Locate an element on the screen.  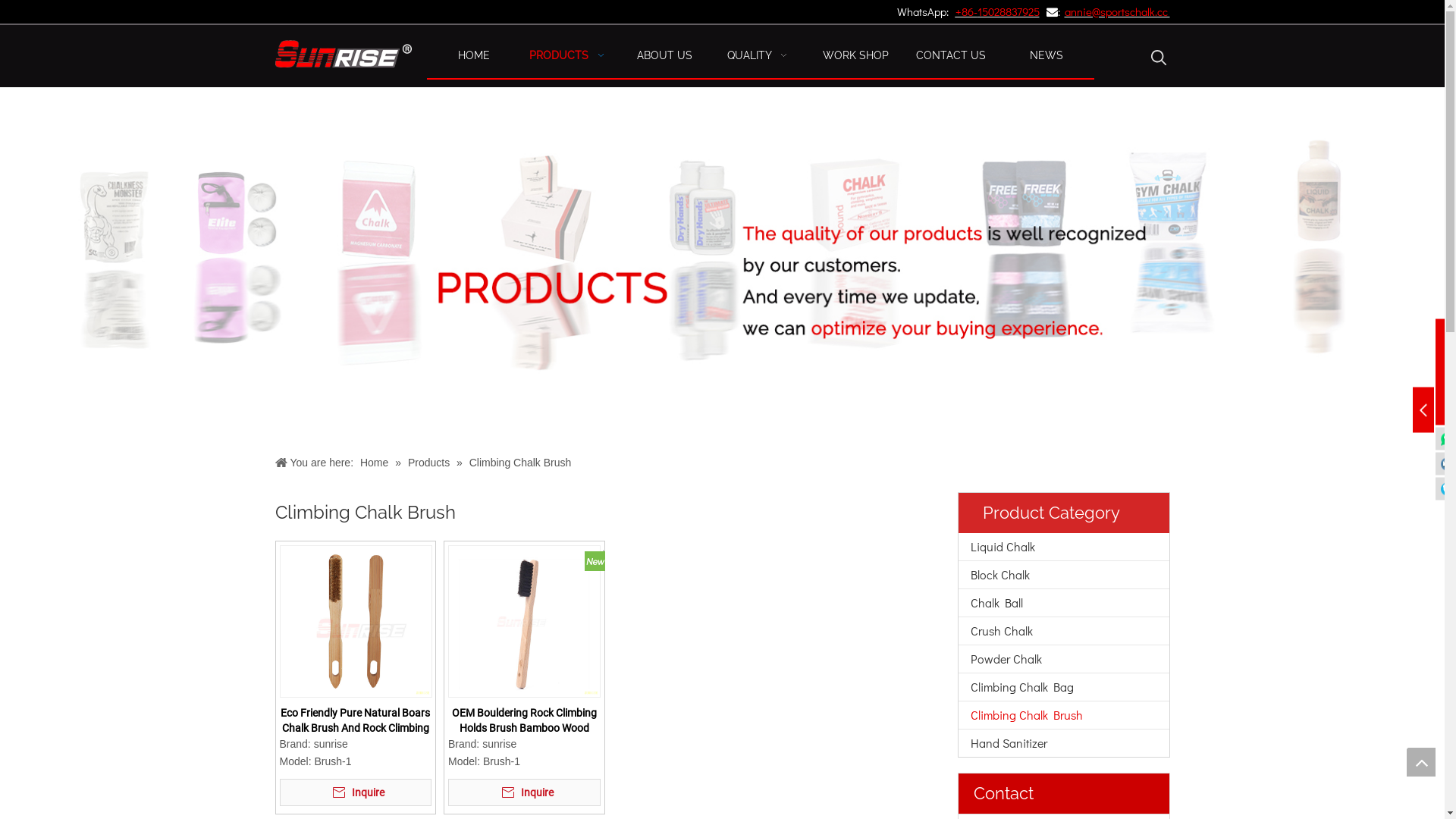
'WORK SHOP' is located at coordinates (807, 55).